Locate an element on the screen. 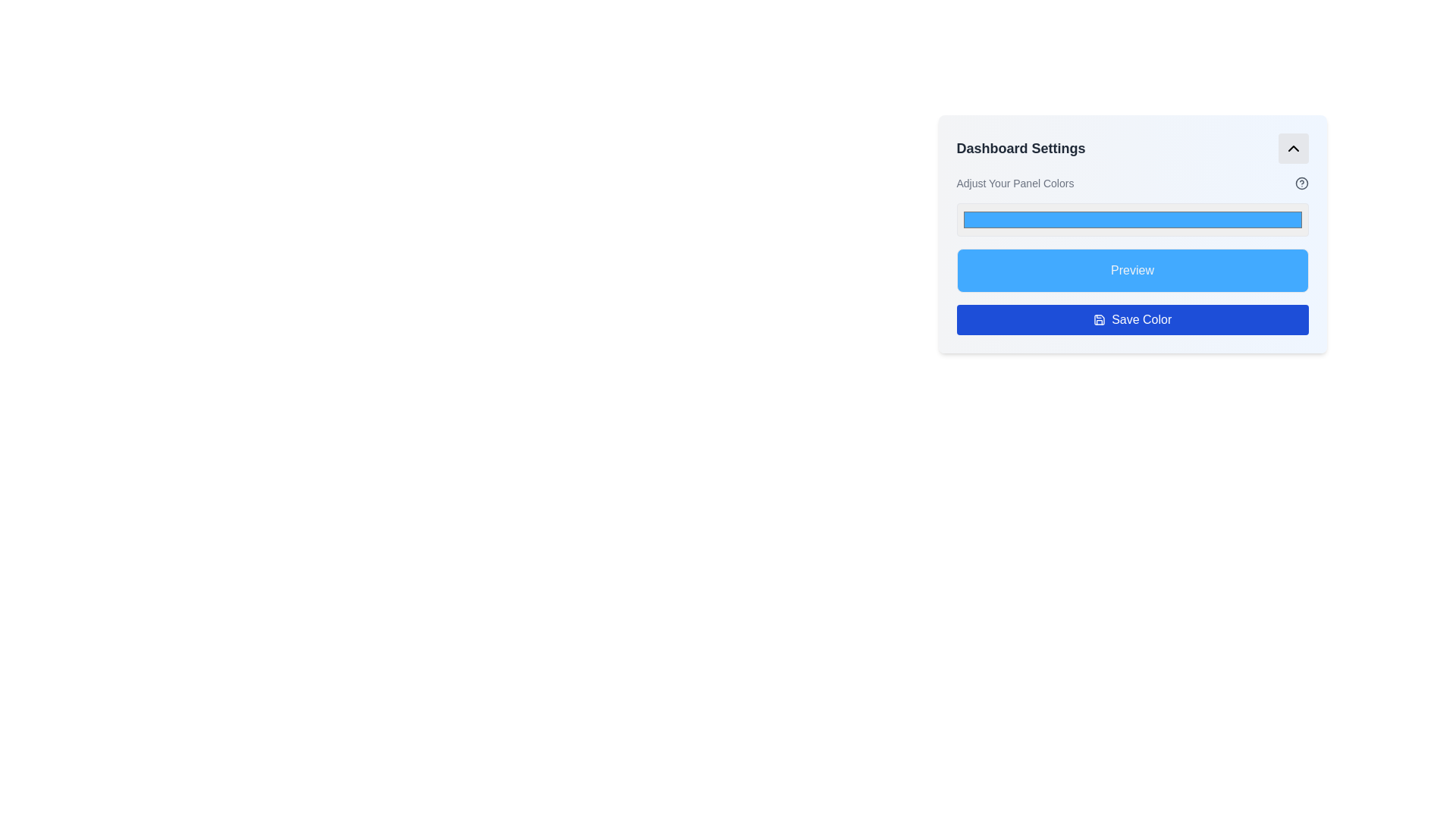 The image size is (1456, 819). the small square icon with a light gray background and a black upward-facing chevron located at the top-right corner of the 'Dashboard Settings' panel header to potentially see a tooltip is located at coordinates (1292, 149).